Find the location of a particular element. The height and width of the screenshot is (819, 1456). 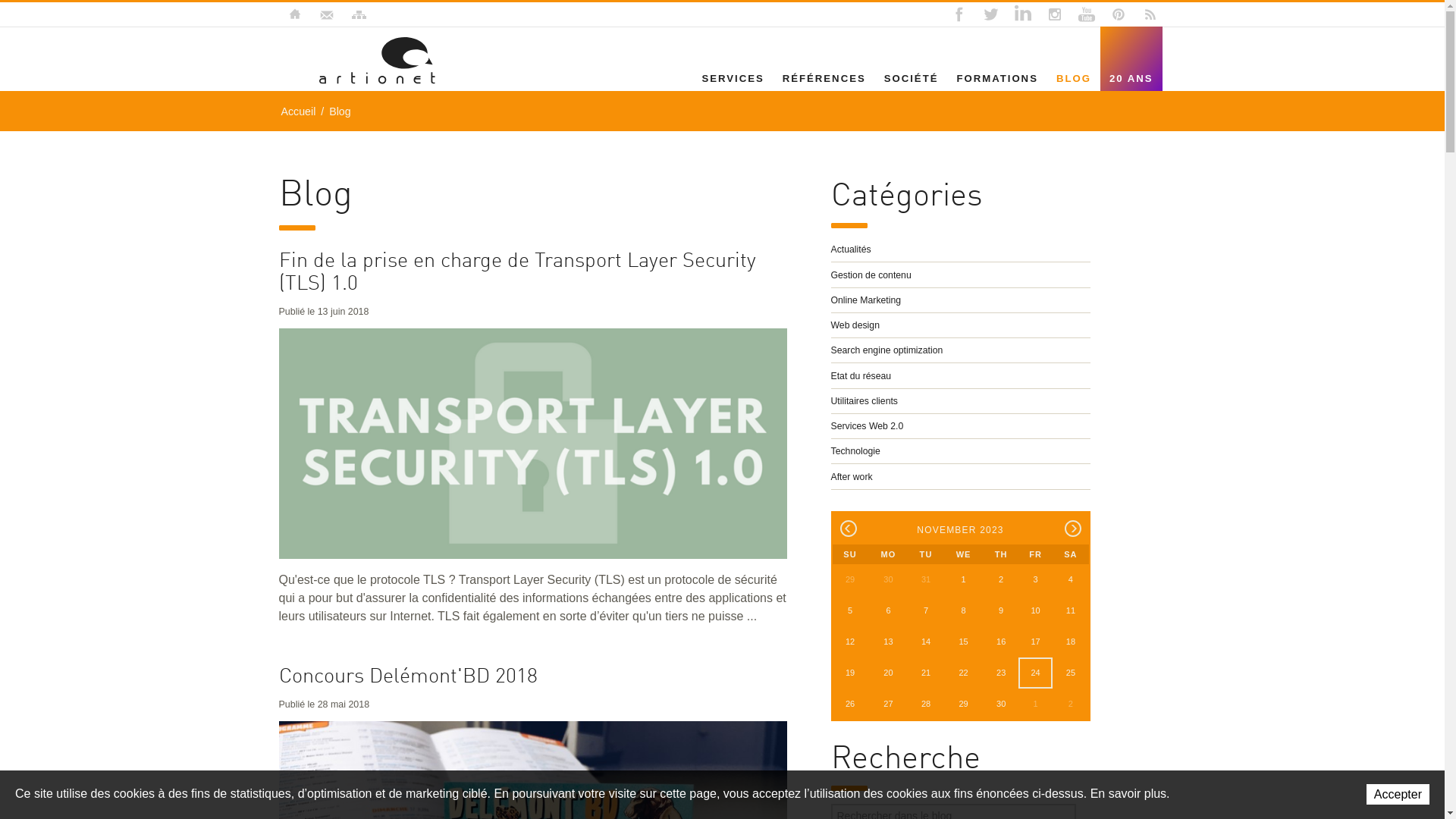

'RSS' is located at coordinates (1150, 14).